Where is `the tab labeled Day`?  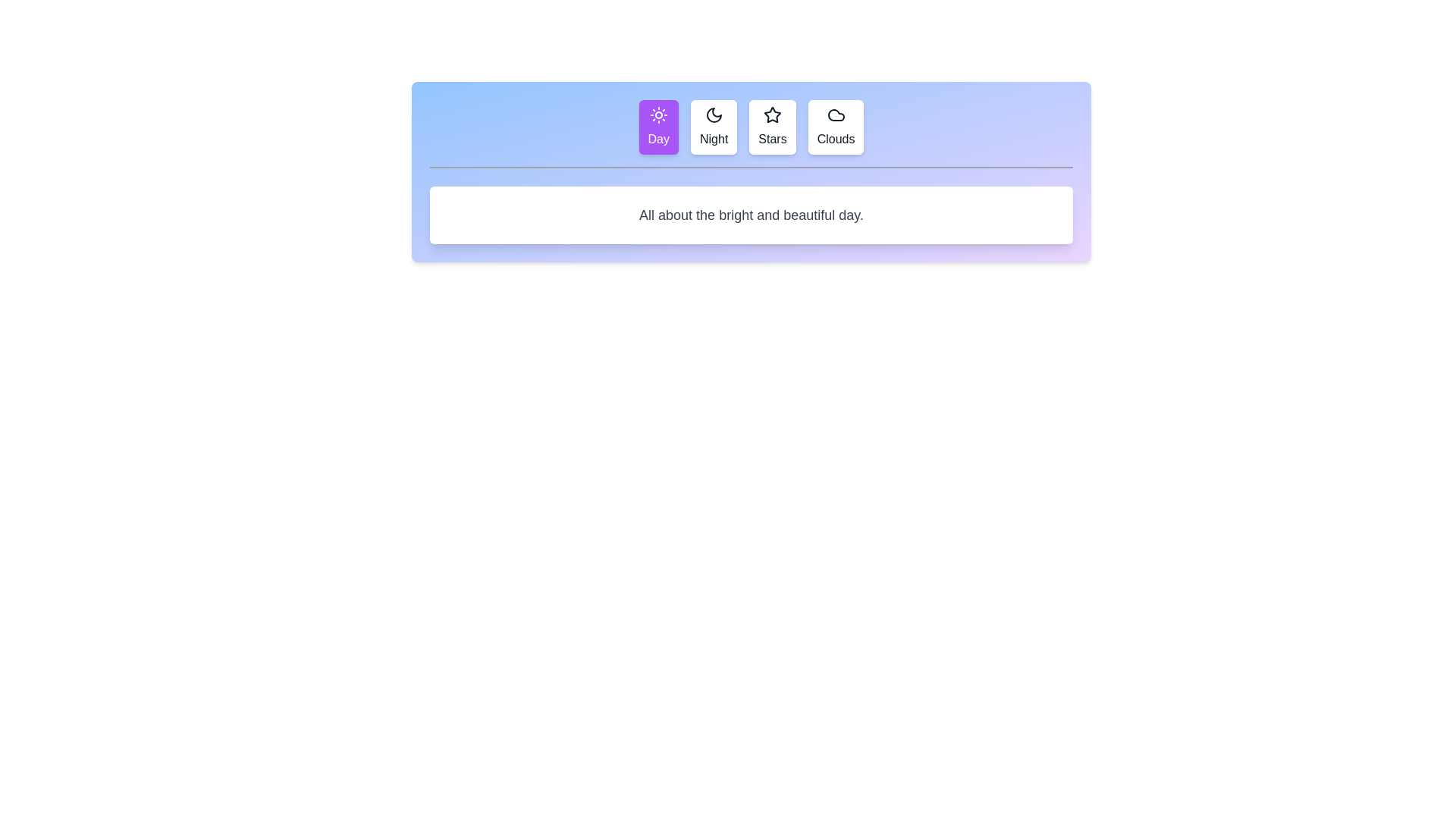 the tab labeled Day is located at coordinates (658, 127).